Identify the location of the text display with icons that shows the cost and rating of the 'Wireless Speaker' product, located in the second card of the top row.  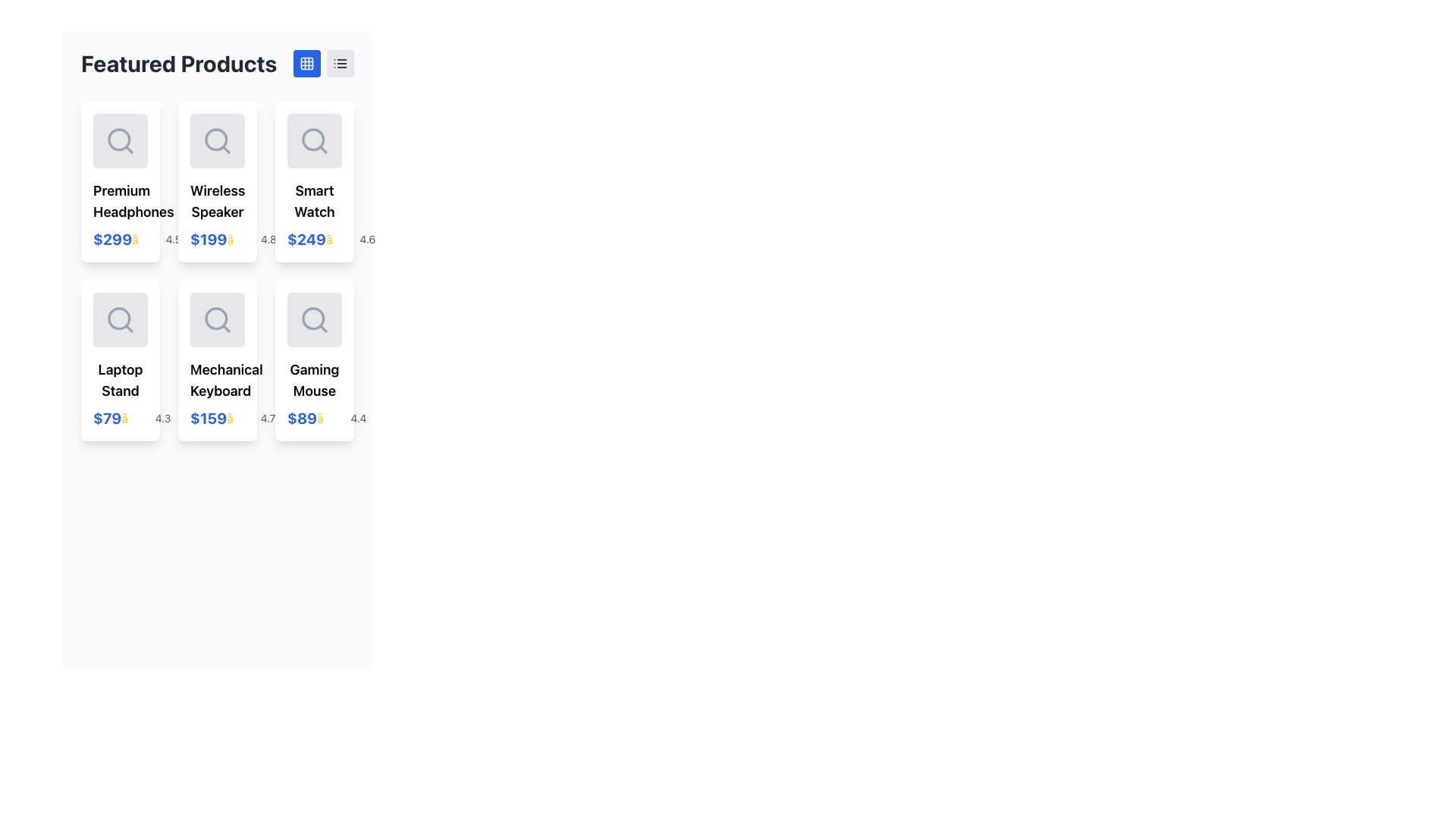
(217, 239).